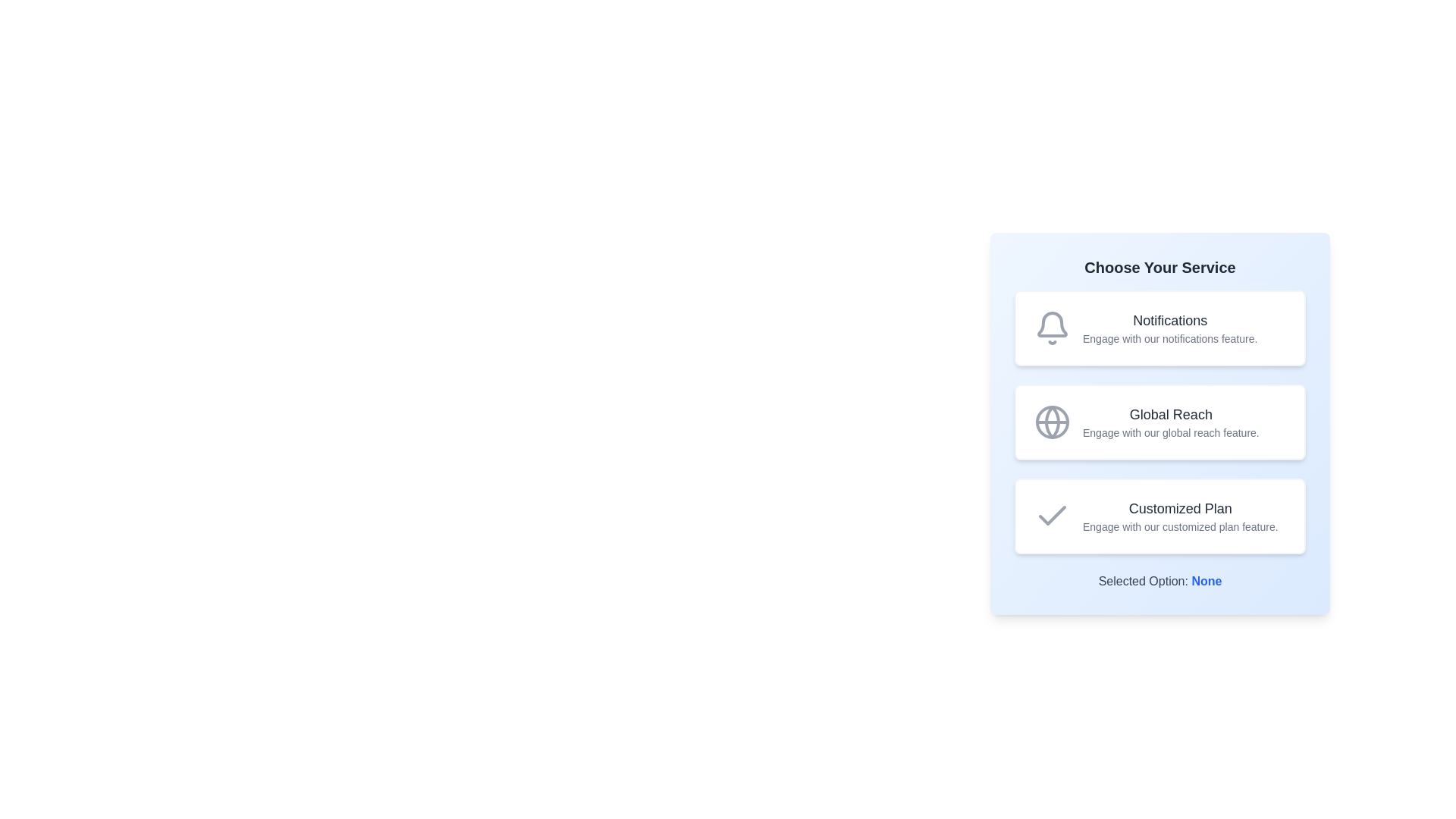  I want to click on the circular graphic element representing 'Global Reach' within the globe icon, so click(1051, 422).